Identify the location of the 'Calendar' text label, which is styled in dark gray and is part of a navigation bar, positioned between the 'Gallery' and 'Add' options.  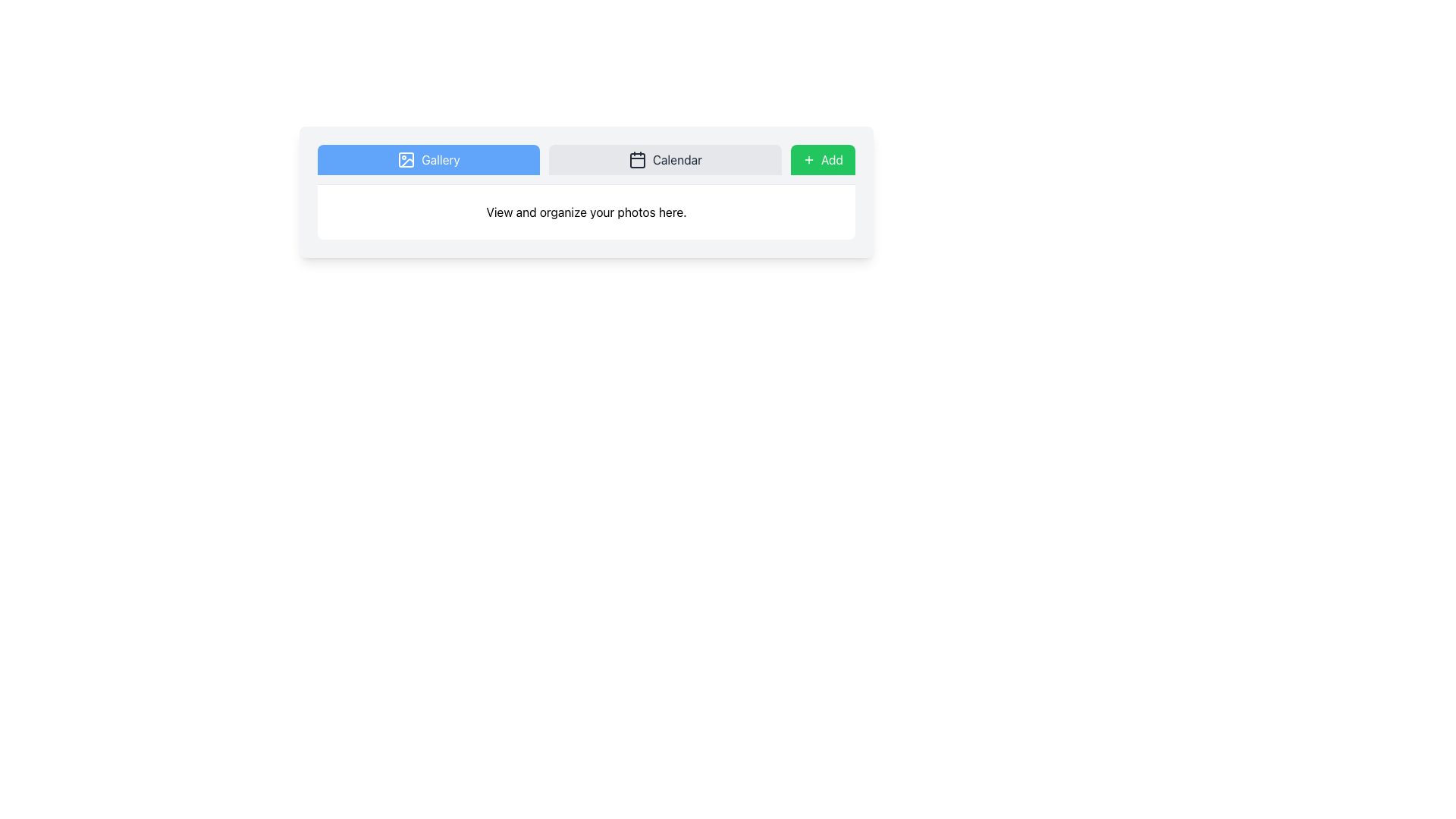
(676, 160).